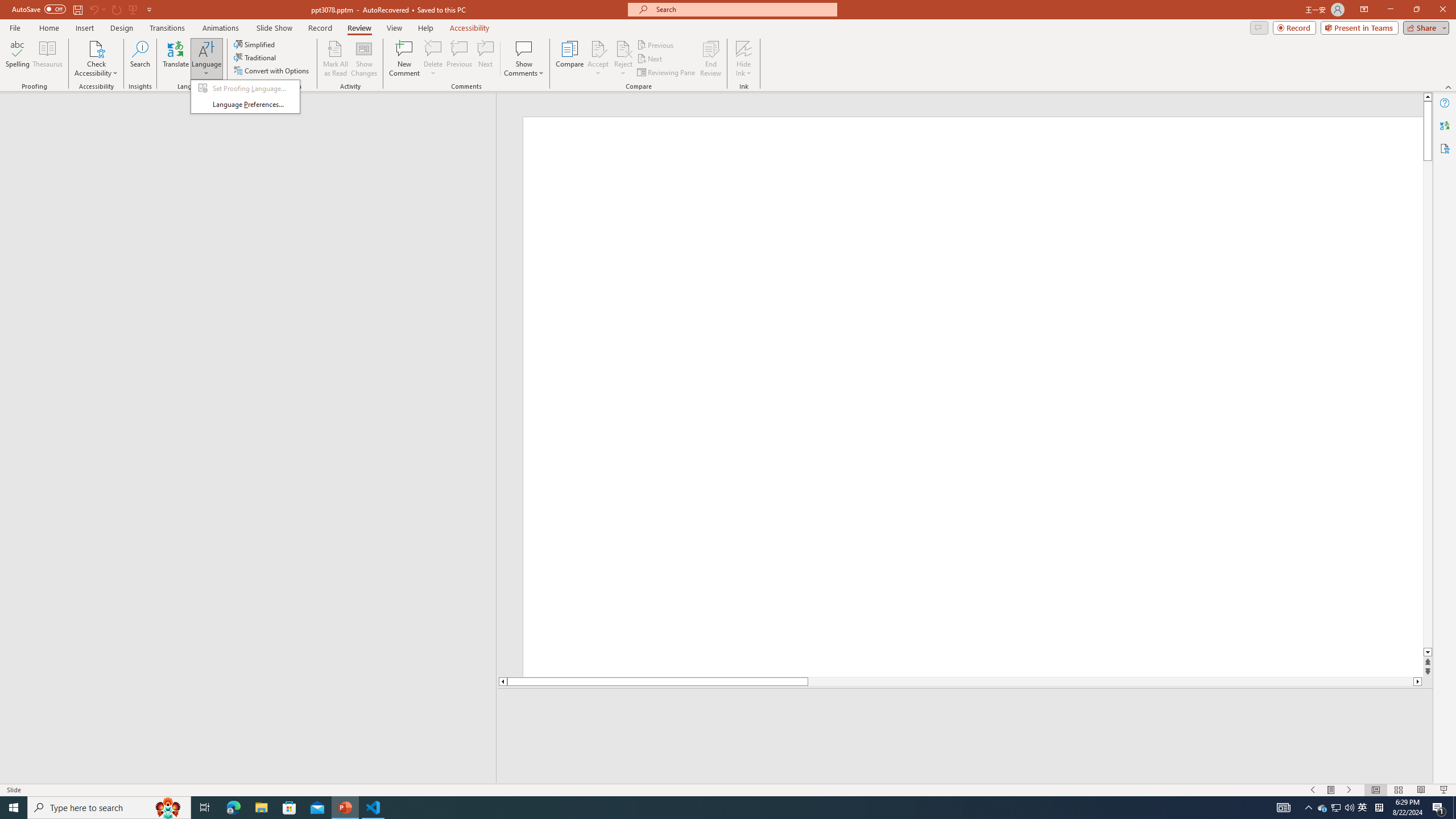 Image resolution: width=1456 pixels, height=819 pixels. I want to click on 'Tray Input Indicator - Chinese (Simplified, China)', so click(1379, 806).